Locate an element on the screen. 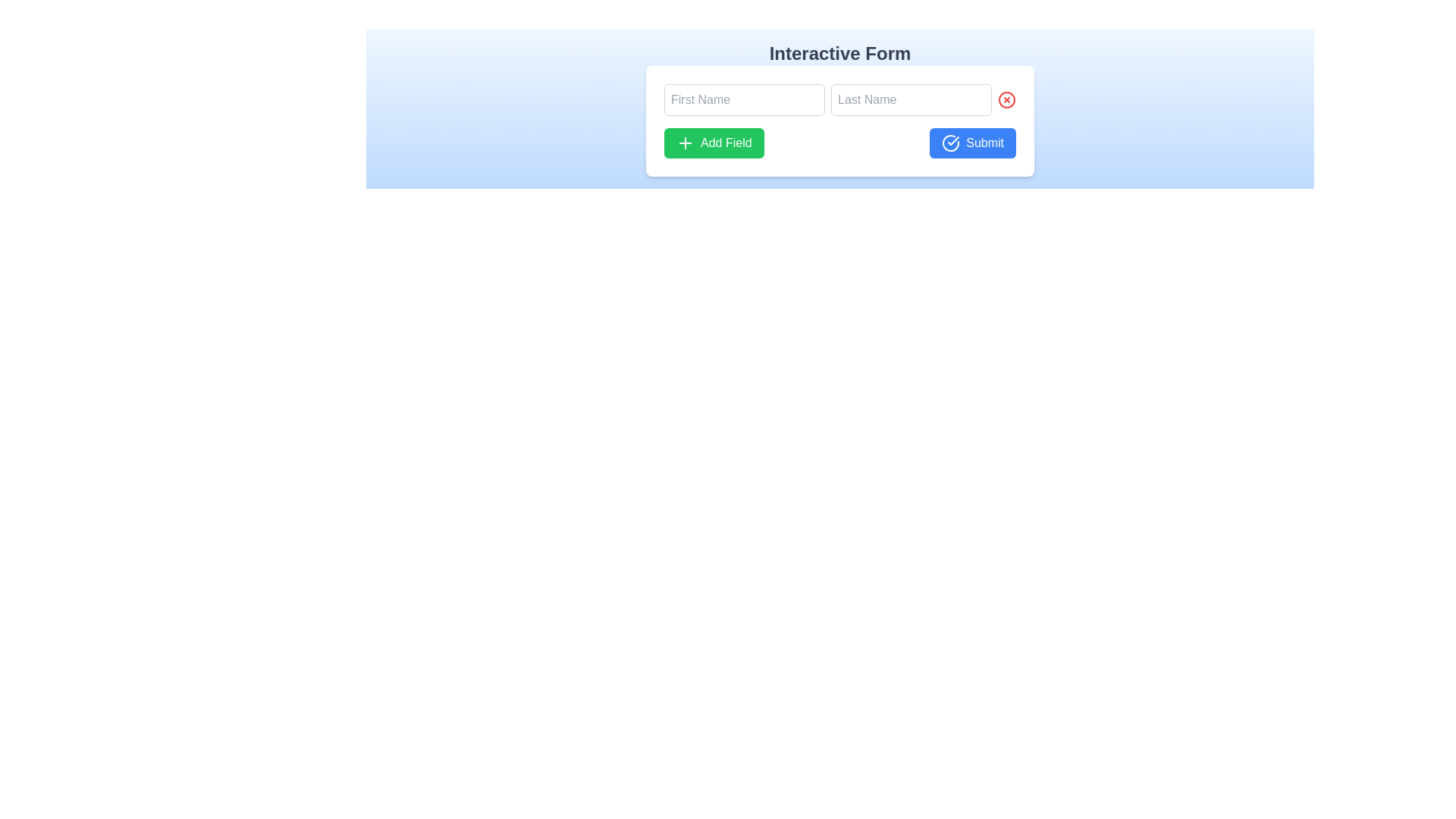 The height and width of the screenshot is (819, 1456). the text label inside the green button that indicates the functionality of adding a field, which is located to the left of the blue 'Submit' button is located at coordinates (725, 143).